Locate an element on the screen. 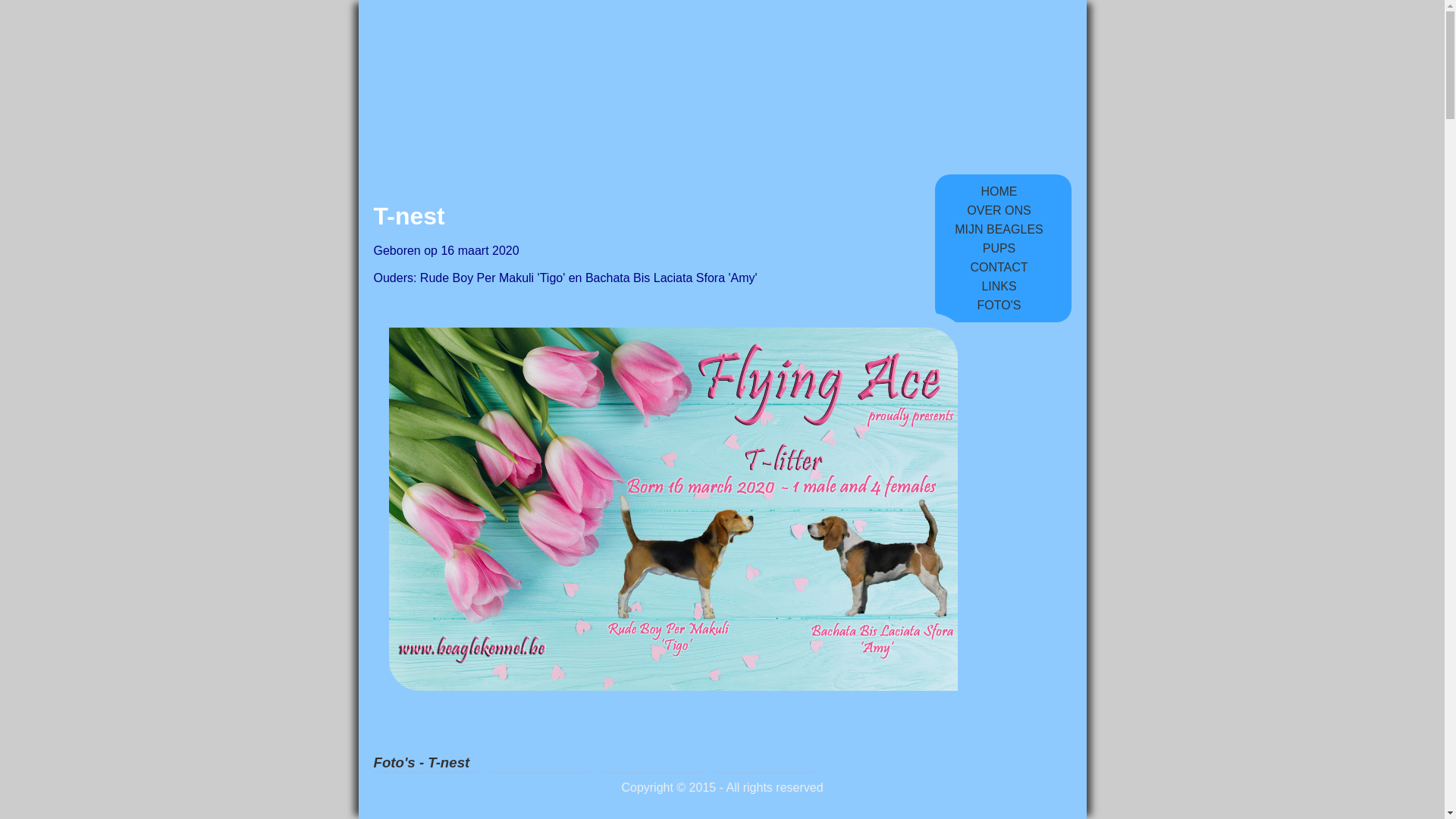 The image size is (1456, 819). 'LINKS' is located at coordinates (998, 286).